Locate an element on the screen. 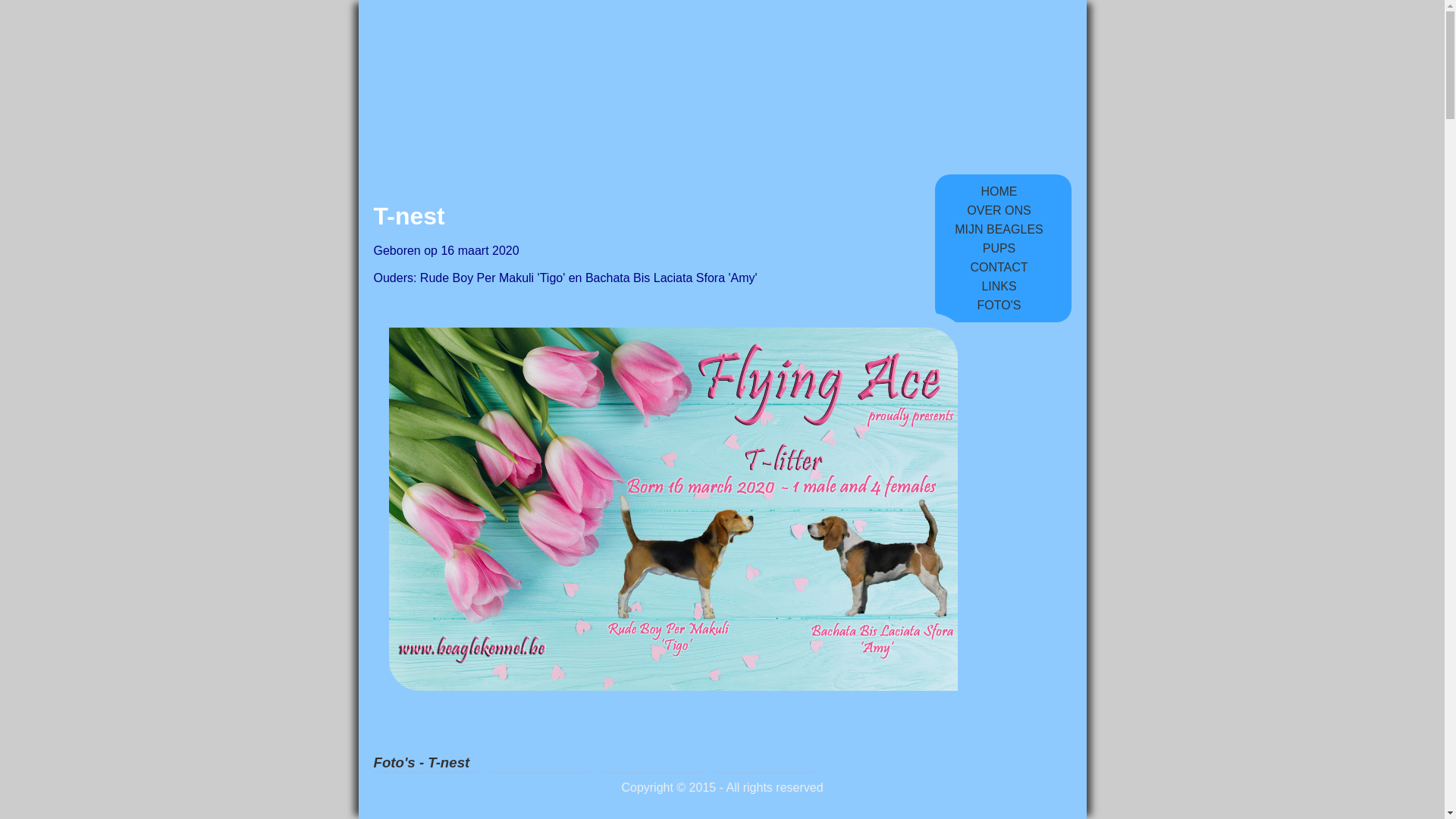 The image size is (1456, 819). 'LINKS' is located at coordinates (998, 286).